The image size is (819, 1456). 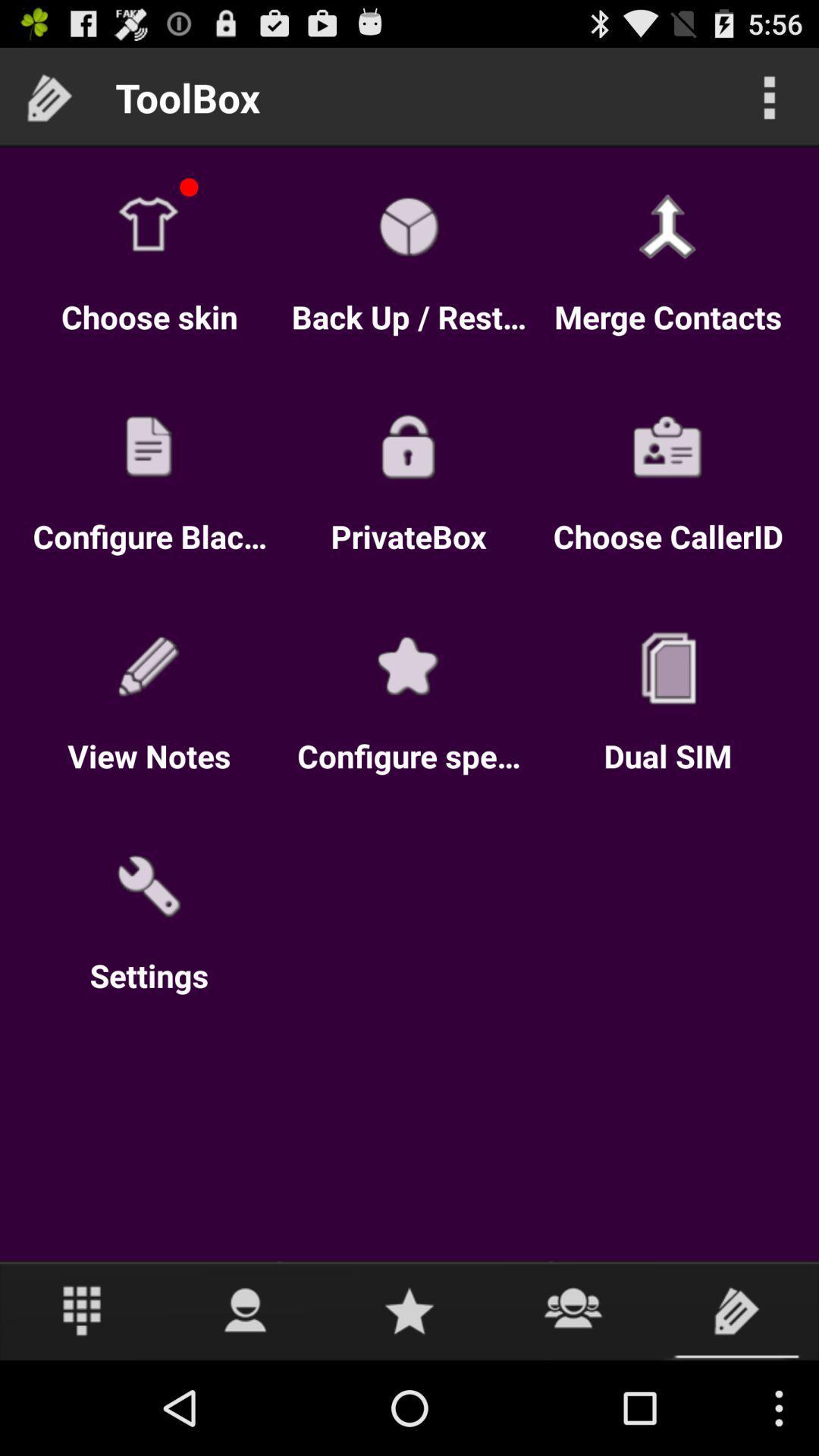 What do you see at coordinates (769, 96) in the screenshot?
I see `more details` at bounding box center [769, 96].